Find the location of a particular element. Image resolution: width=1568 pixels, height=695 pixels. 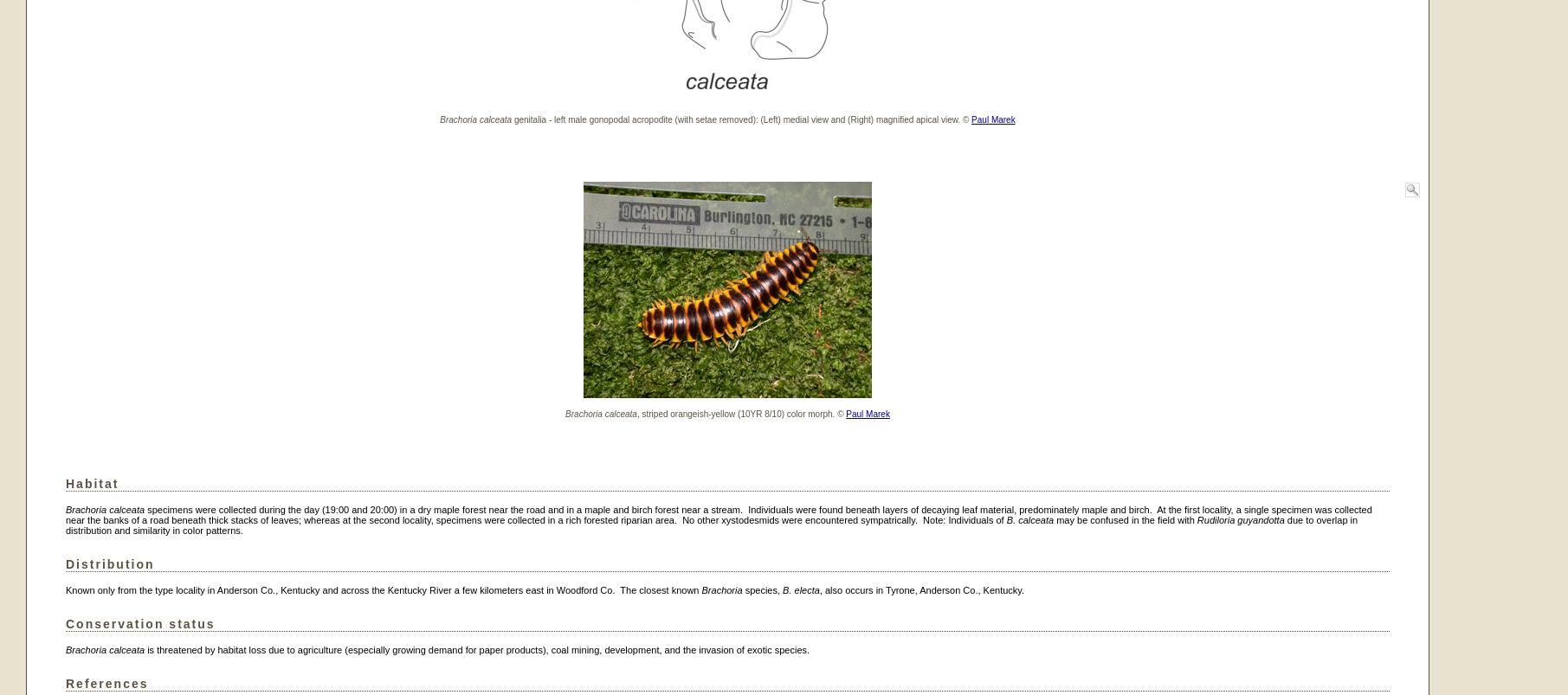

'Rudiloria guyandotta' is located at coordinates (1195, 518).